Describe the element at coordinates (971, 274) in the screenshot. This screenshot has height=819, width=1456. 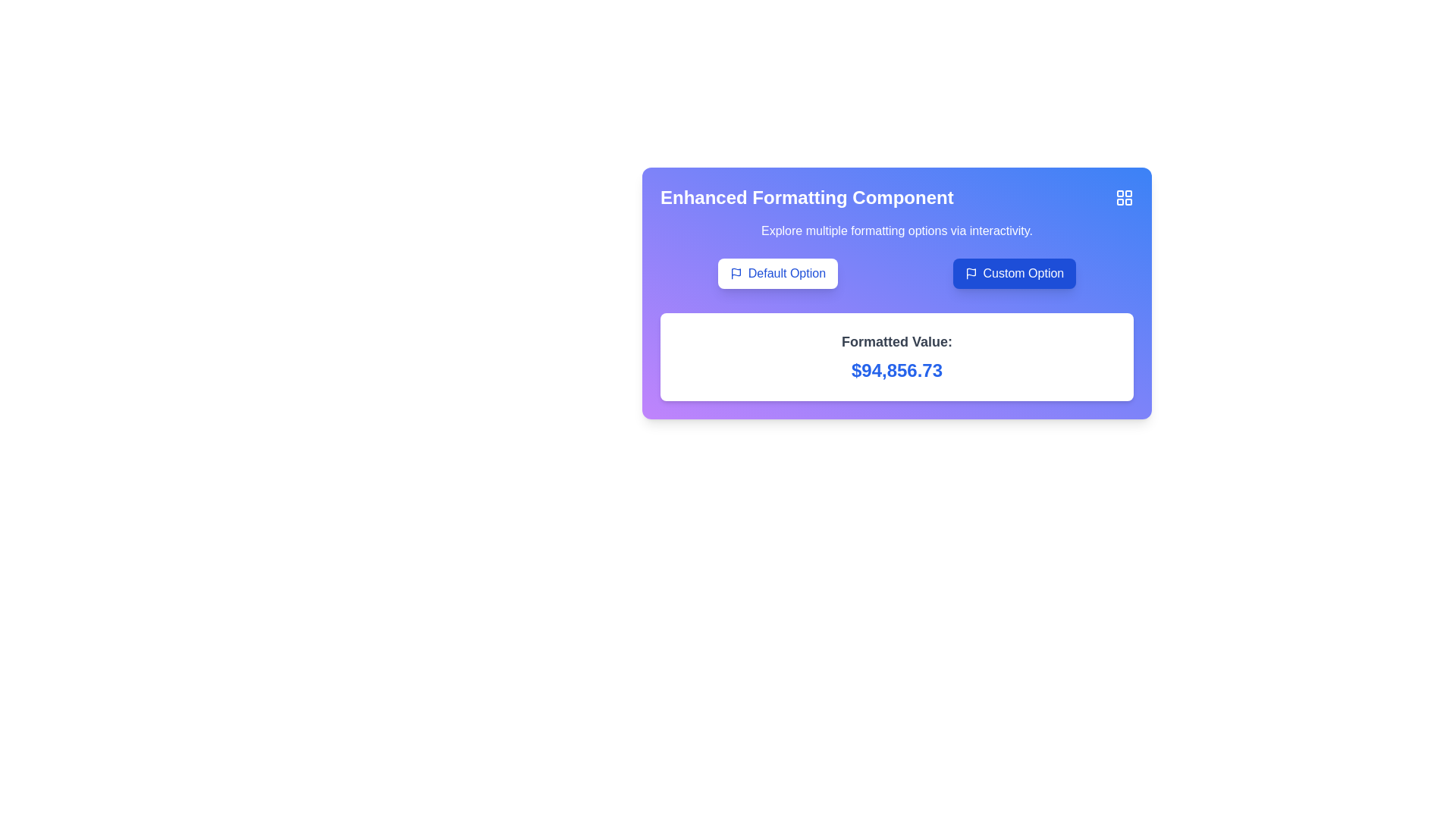
I see `the decorative icon within the 'Custom Option' button, which is positioned to the left of the button text and to the right of the 'Default Option' button` at that location.